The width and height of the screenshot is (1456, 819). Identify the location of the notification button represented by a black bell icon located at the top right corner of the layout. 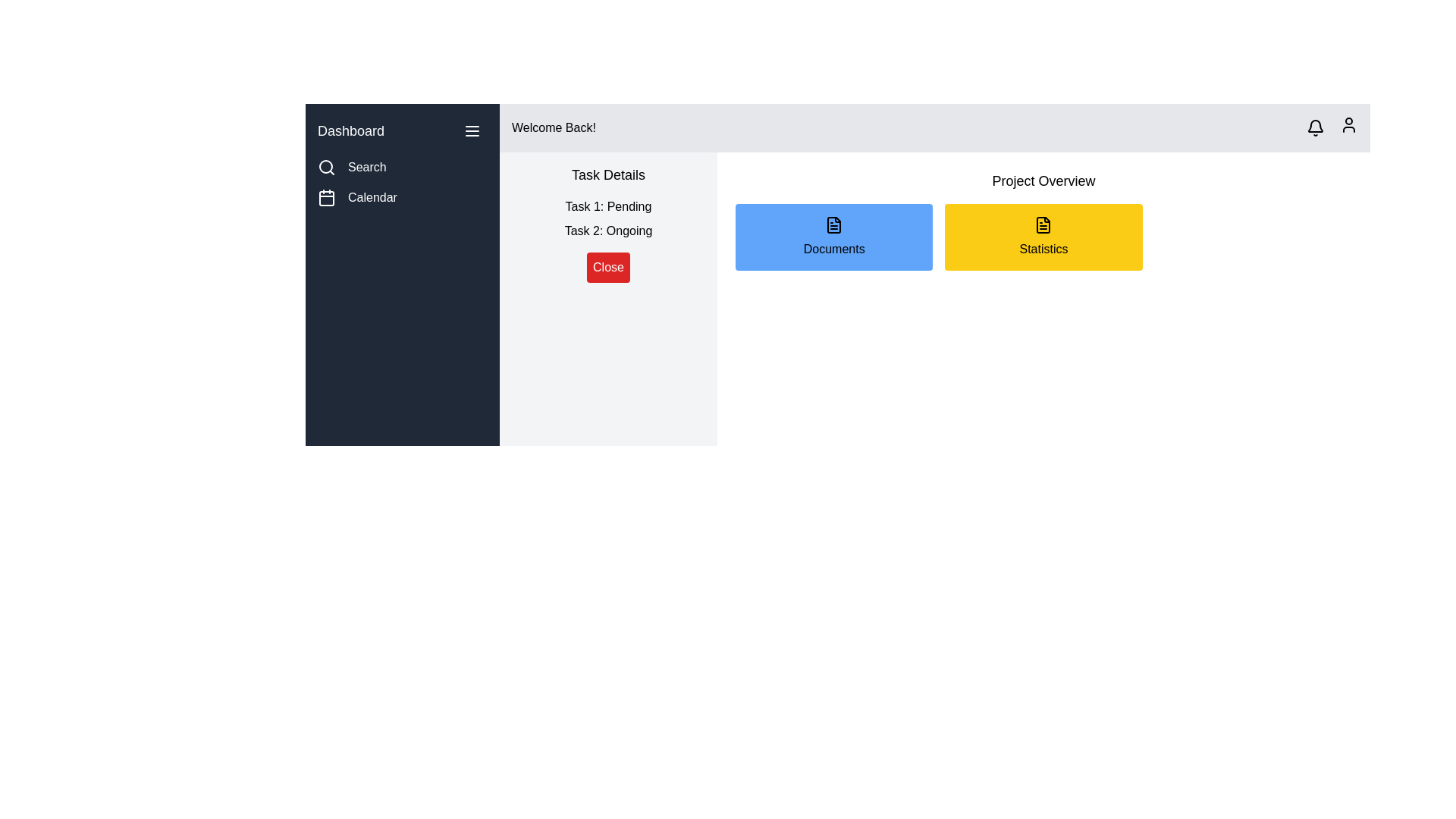
(1314, 127).